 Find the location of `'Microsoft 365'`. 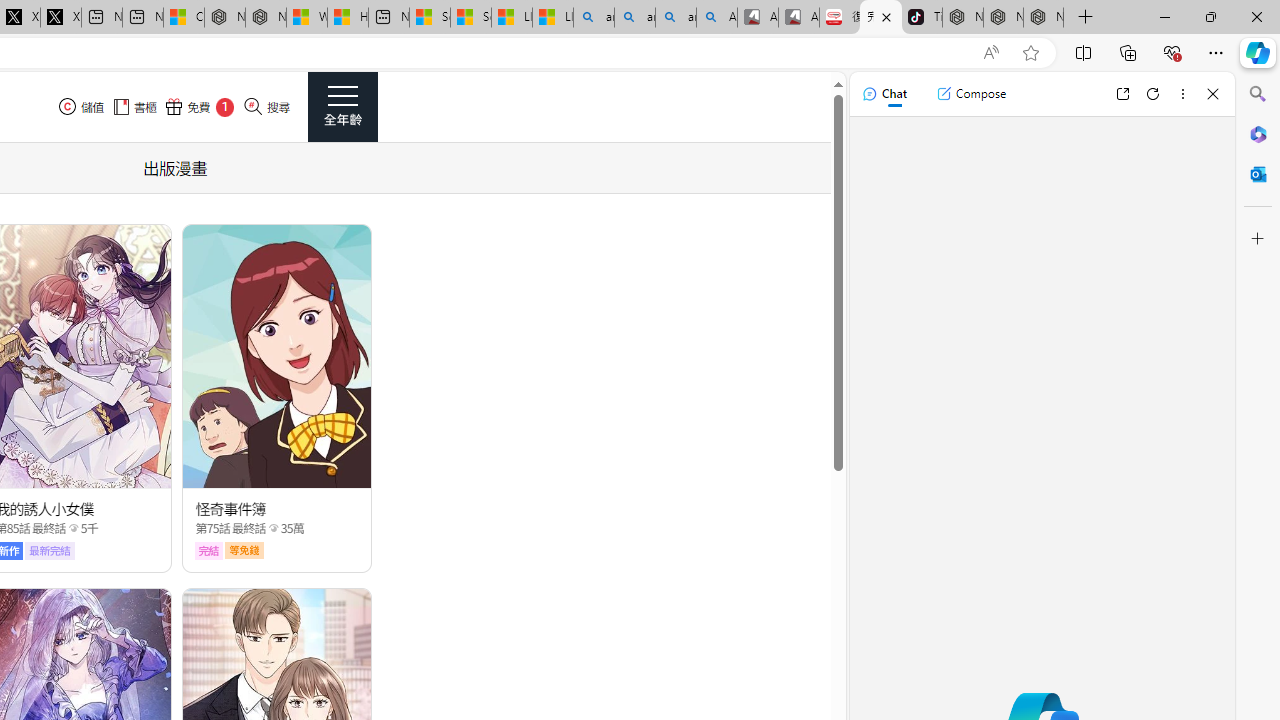

'Microsoft 365' is located at coordinates (1257, 133).